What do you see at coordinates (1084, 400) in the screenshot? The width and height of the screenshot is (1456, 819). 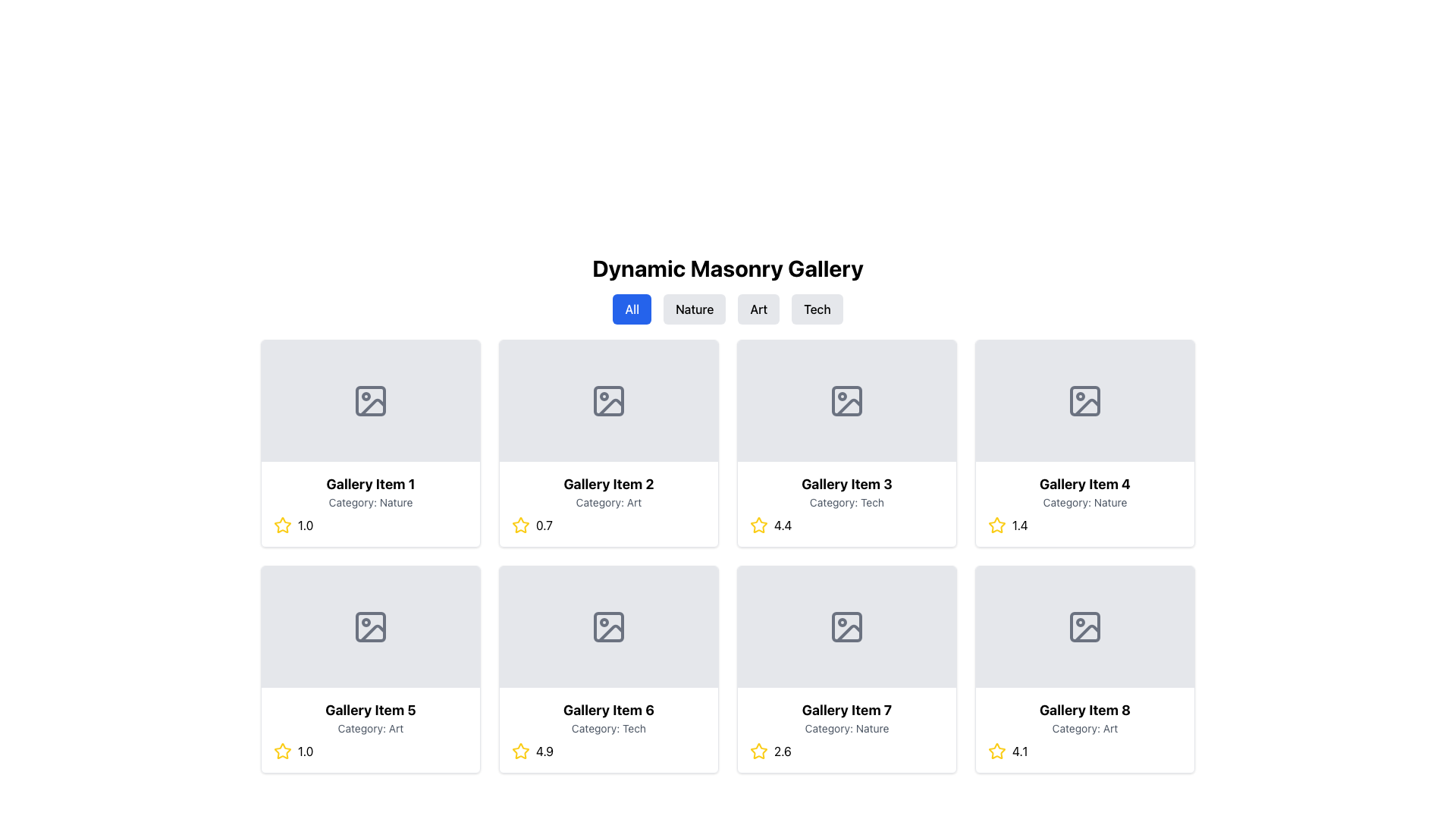 I see `the graphic icon representing an image located in the fourth gallery card titled 'Gallery Item 4' under the 'Nature' category` at bounding box center [1084, 400].